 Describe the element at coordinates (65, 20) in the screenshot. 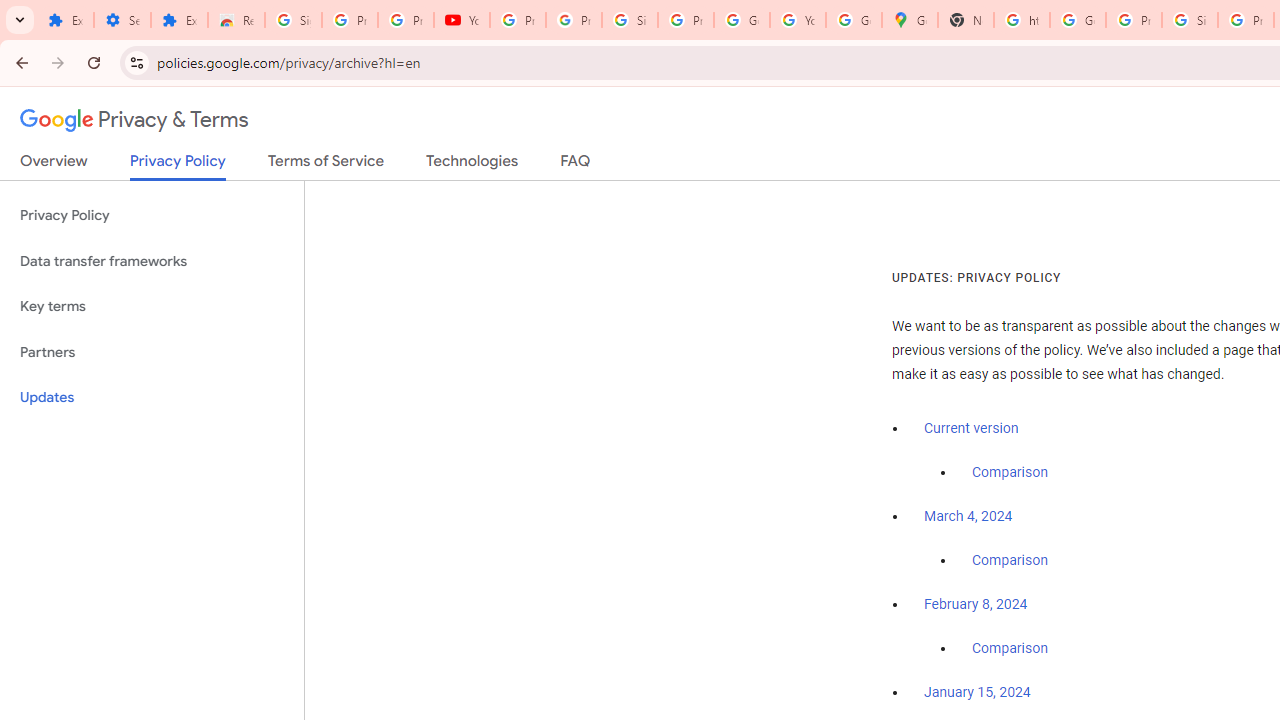

I see `'Extensions'` at that location.